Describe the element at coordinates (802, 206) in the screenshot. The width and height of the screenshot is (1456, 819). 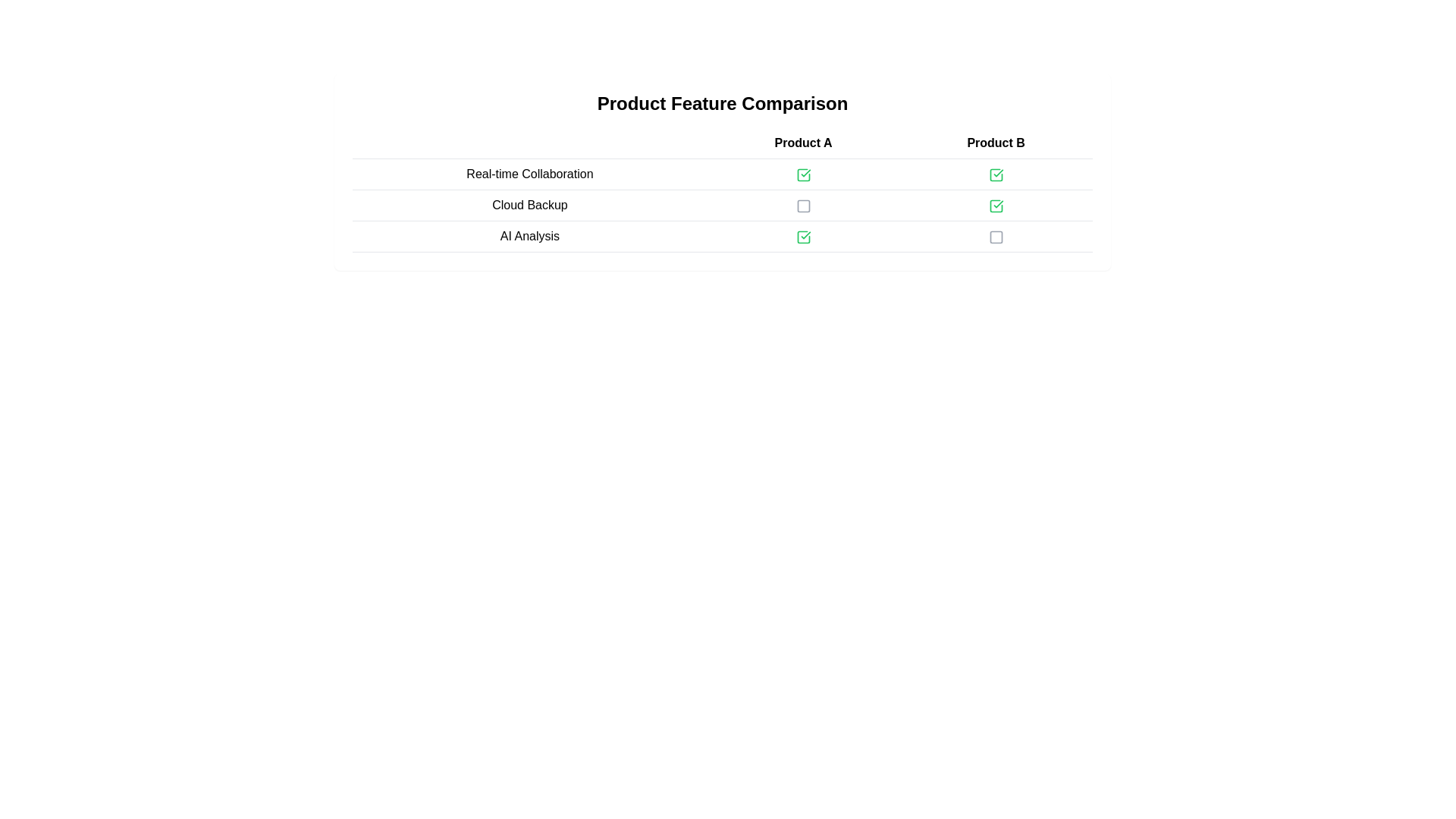
I see `the 'Cloud Backup' status icon for 'Product A' located in the second row of the comparison table` at that location.